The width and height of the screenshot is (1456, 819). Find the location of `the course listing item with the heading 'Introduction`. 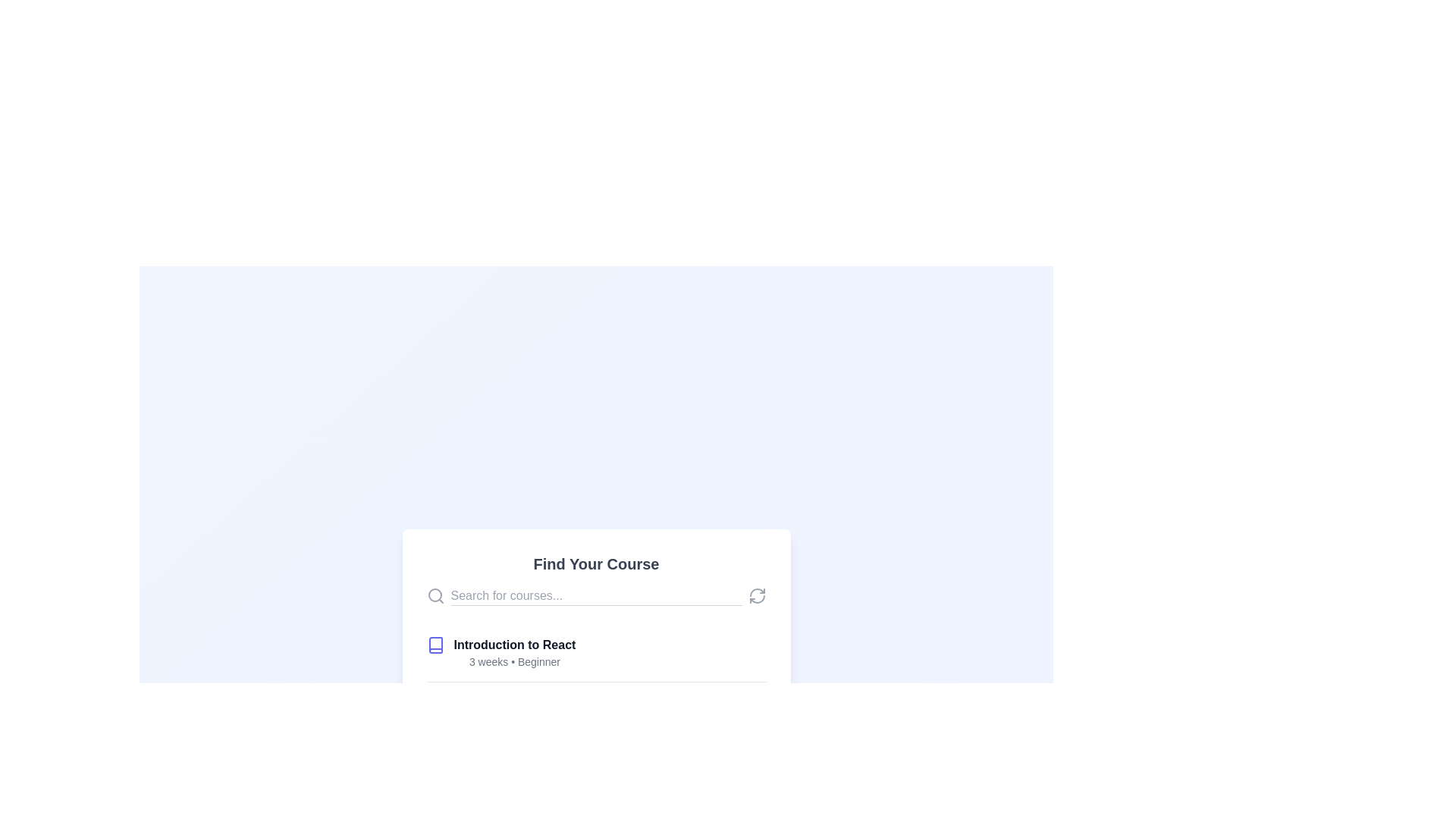

the course listing item with the heading 'Introduction is located at coordinates (595, 651).